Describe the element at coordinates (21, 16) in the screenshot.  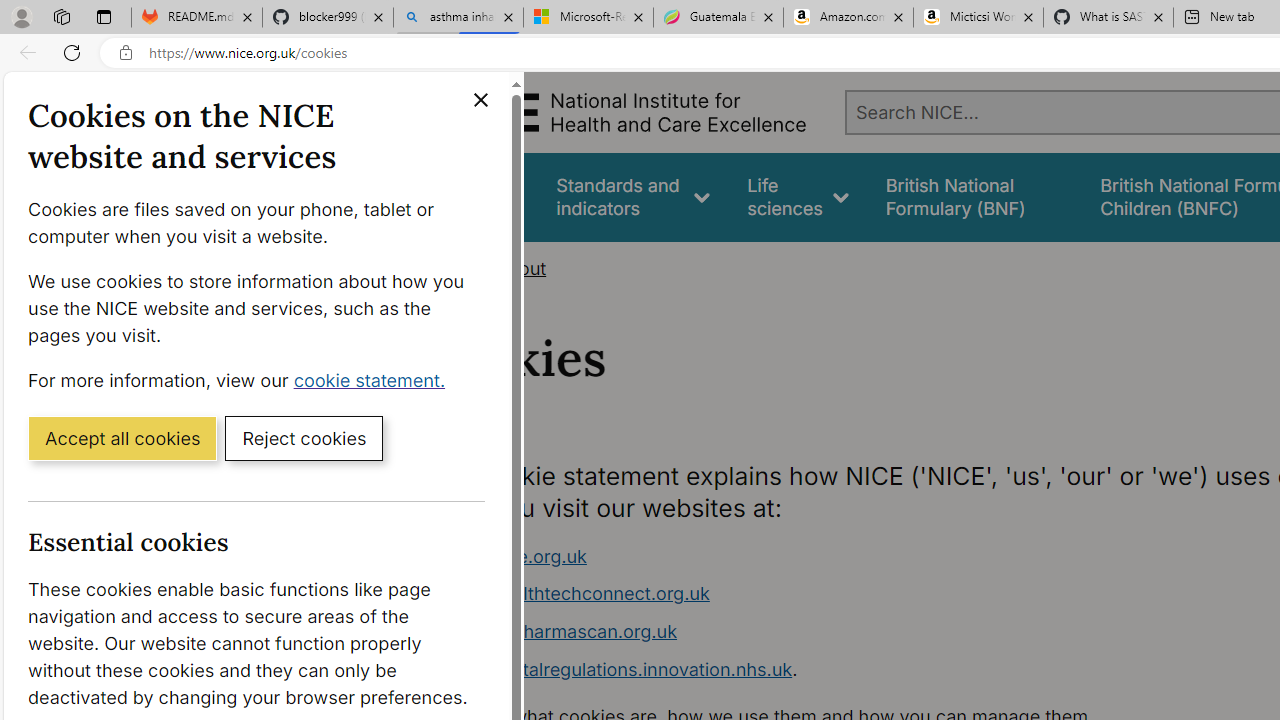
I see `'Personal Profile'` at that location.